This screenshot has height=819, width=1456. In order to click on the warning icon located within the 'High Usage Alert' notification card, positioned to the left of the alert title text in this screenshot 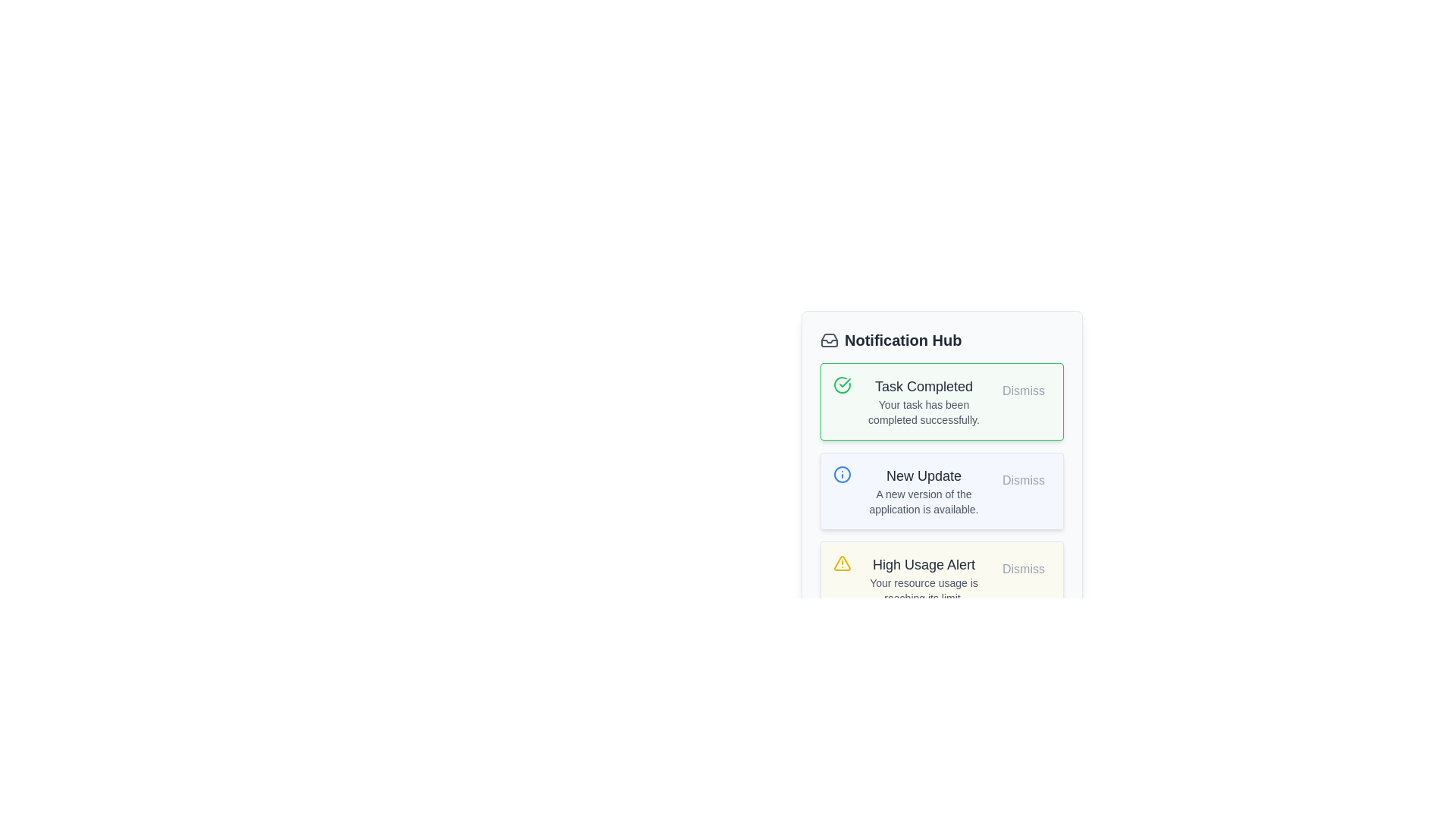, I will do `click(841, 563)`.